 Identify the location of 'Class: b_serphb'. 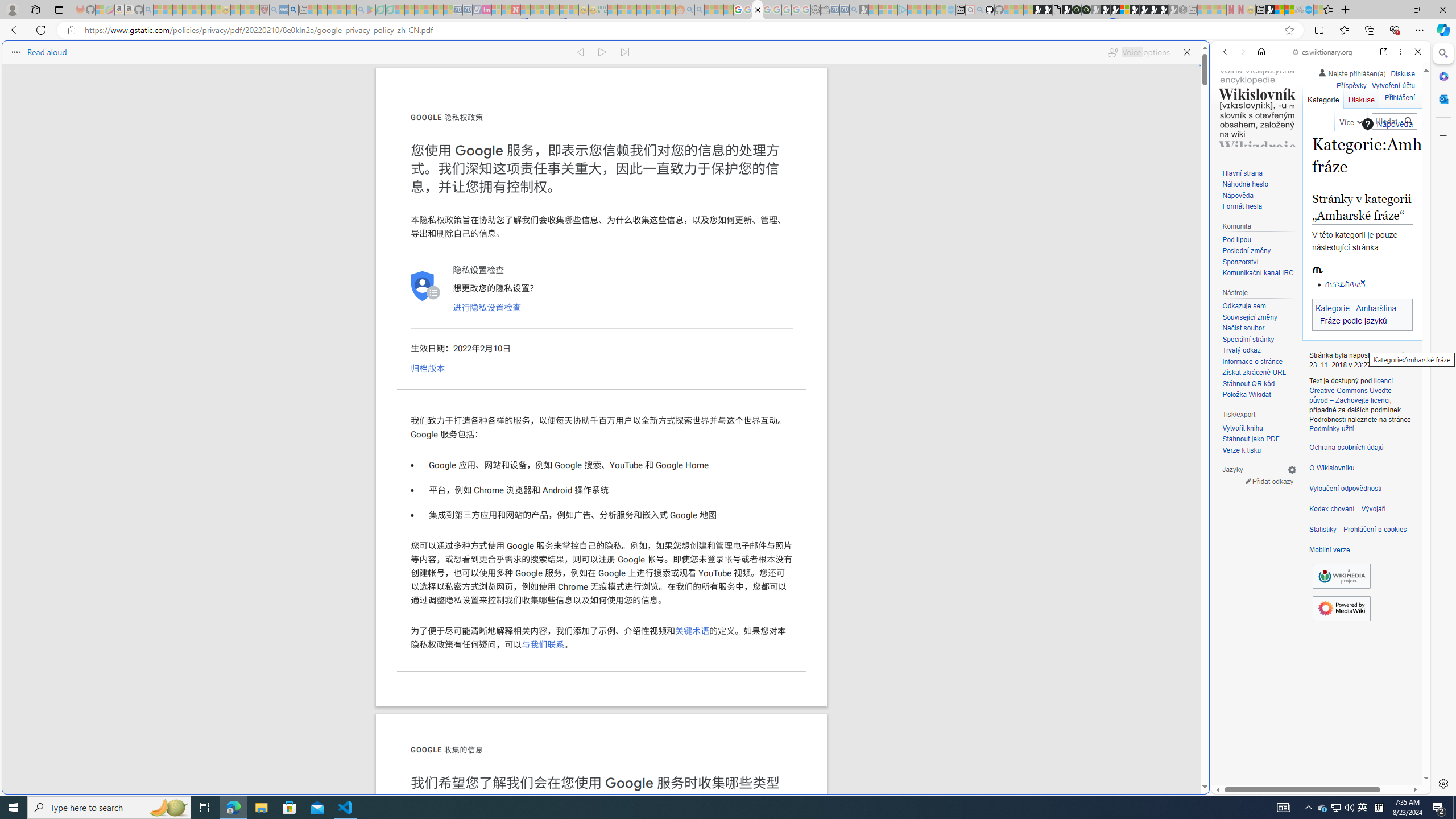
(1405, 130).